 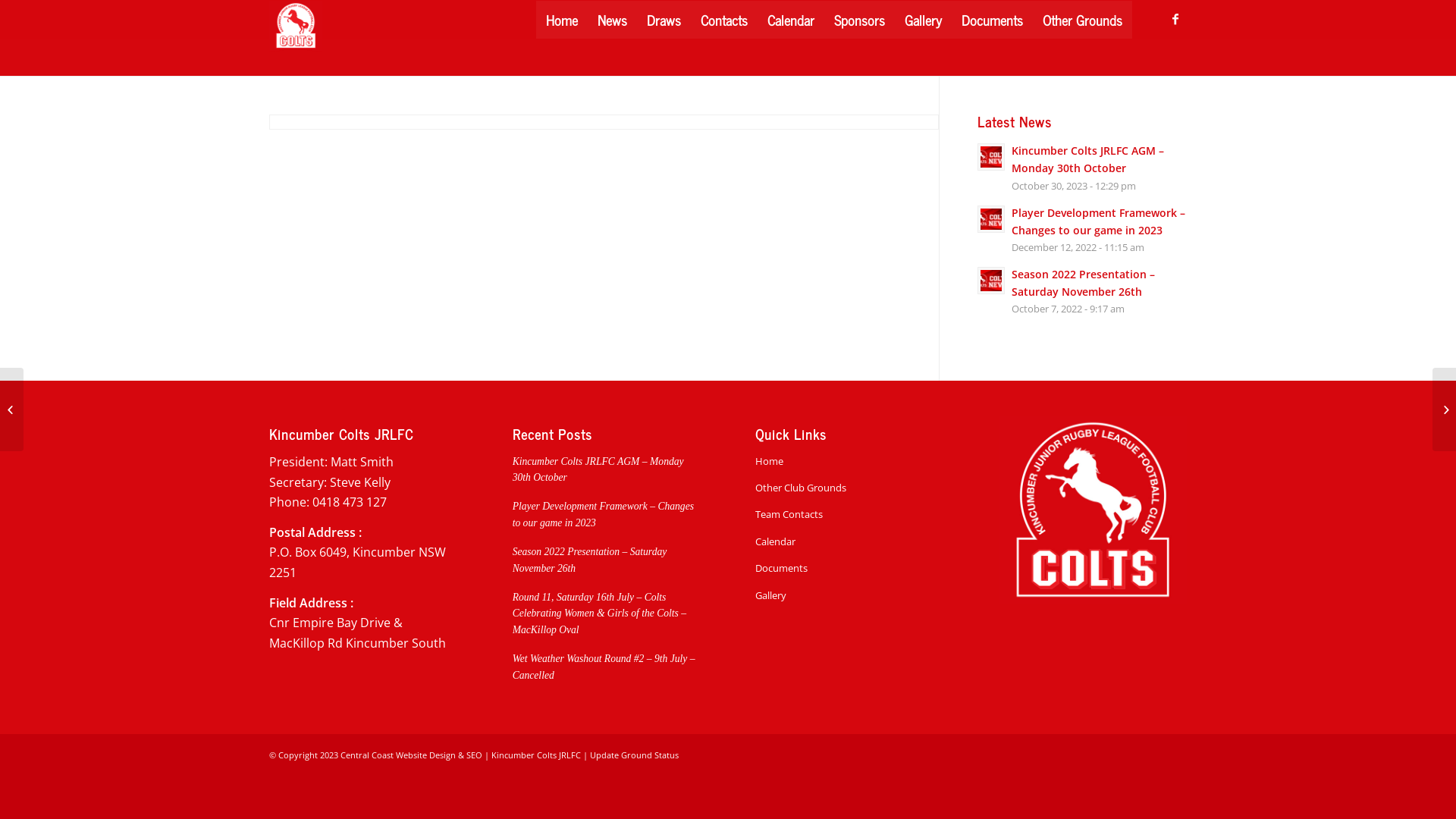 I want to click on 'Calendar', so click(x=789, y=20).